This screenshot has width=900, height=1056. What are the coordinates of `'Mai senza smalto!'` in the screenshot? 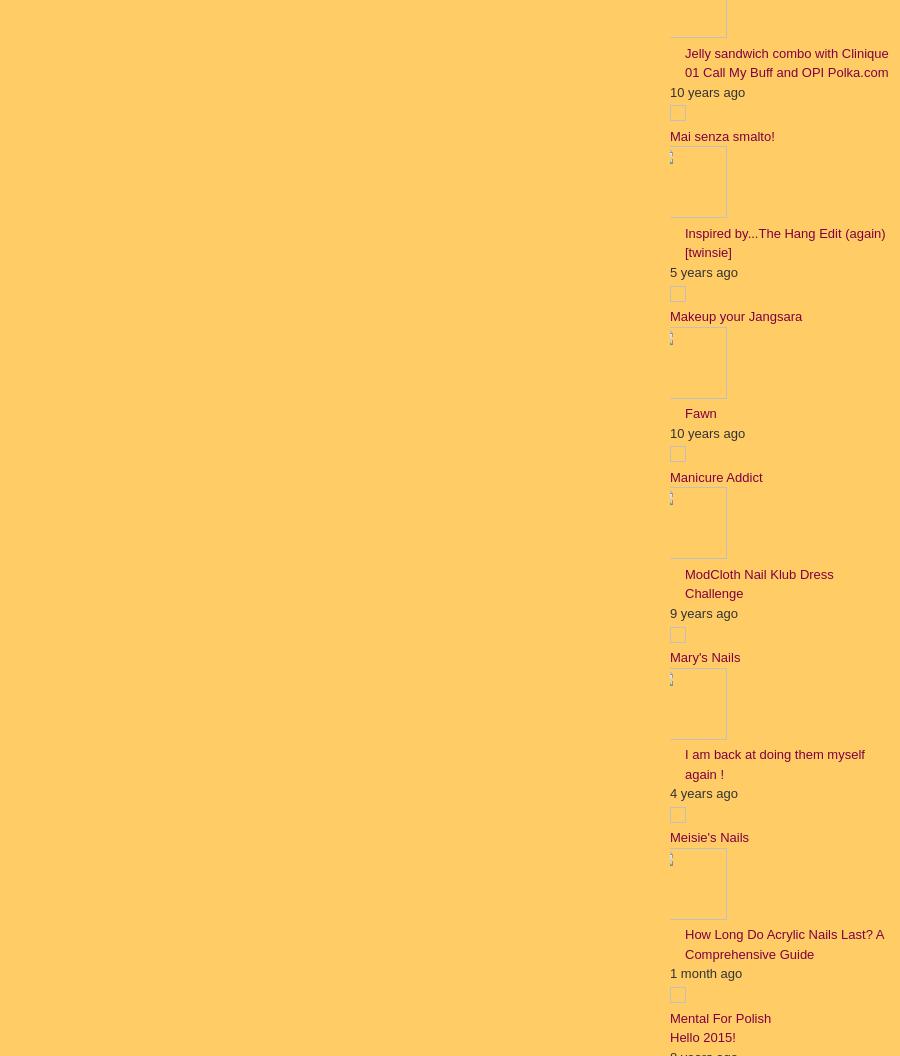 It's located at (720, 135).